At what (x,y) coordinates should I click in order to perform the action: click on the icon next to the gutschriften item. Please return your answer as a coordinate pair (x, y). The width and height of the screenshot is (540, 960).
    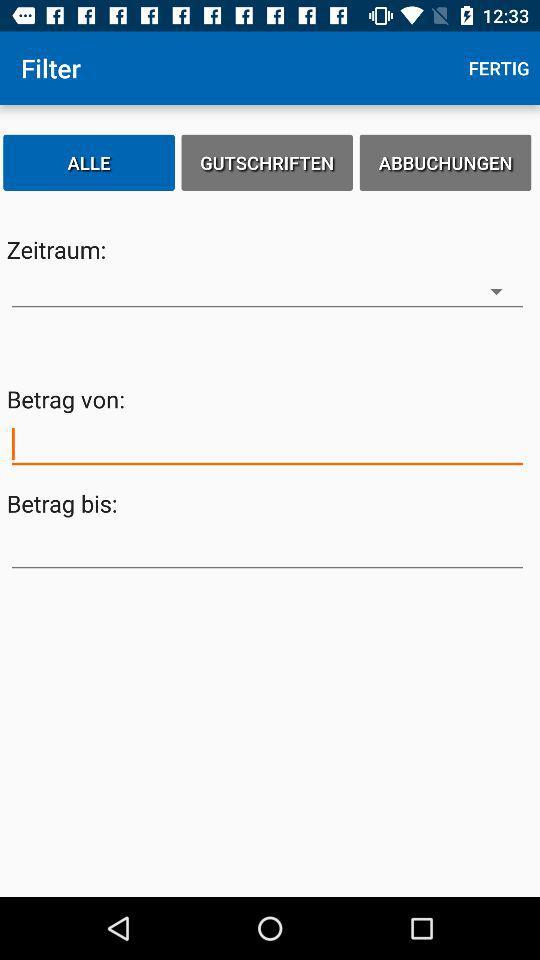
    Looking at the image, I should click on (445, 161).